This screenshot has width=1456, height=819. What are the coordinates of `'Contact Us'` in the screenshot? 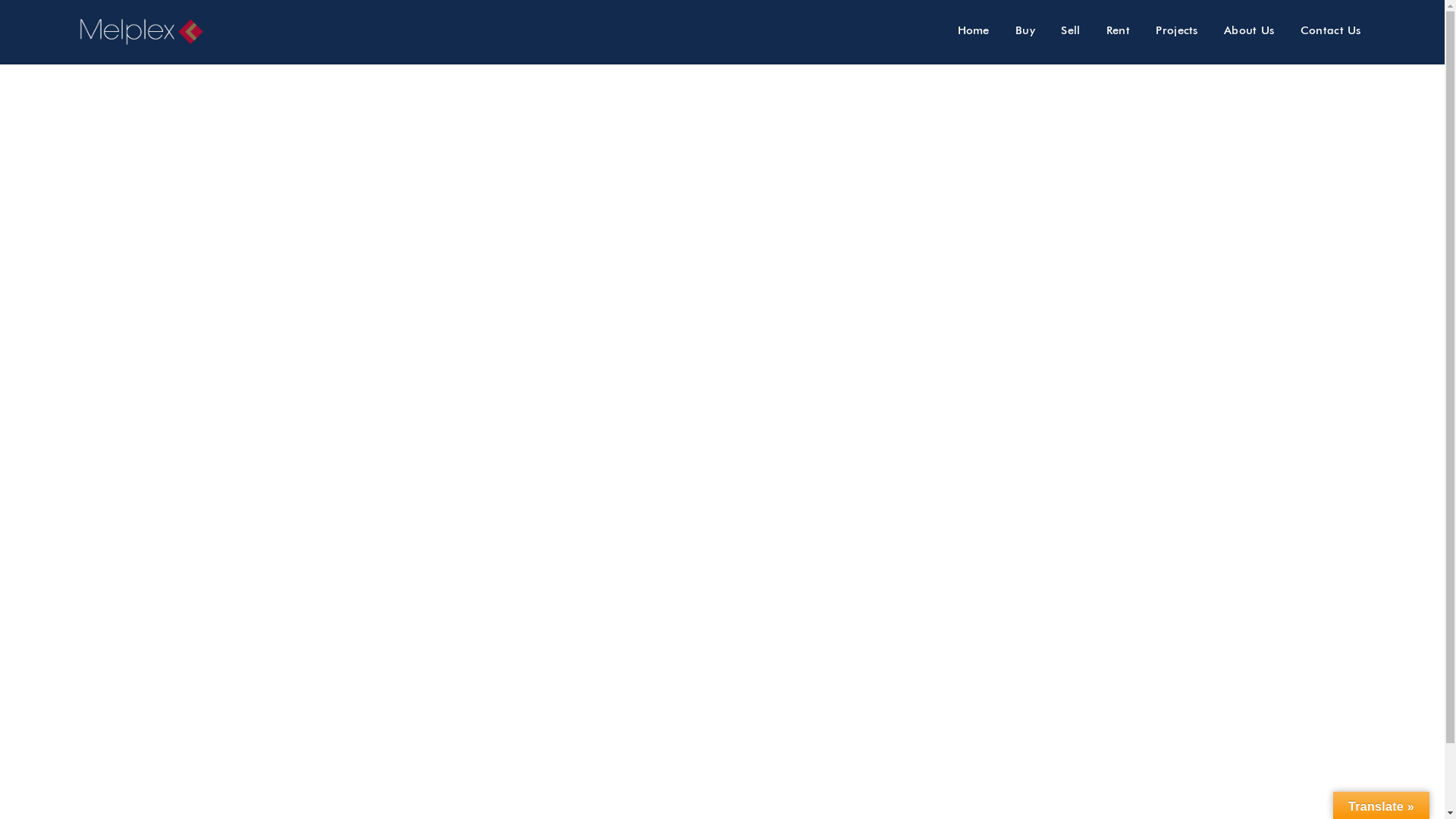 It's located at (1330, 30).